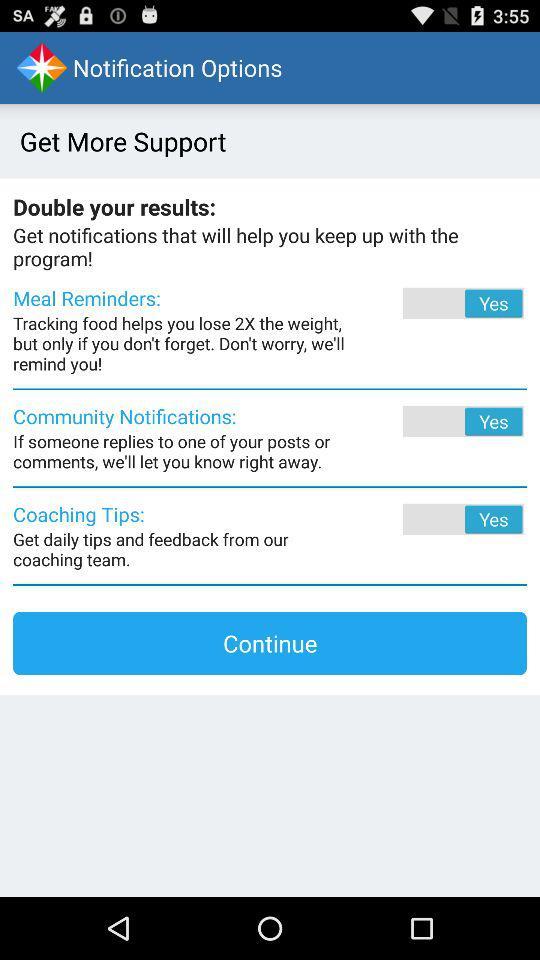  Describe the element at coordinates (435, 421) in the screenshot. I see `notifications` at that location.